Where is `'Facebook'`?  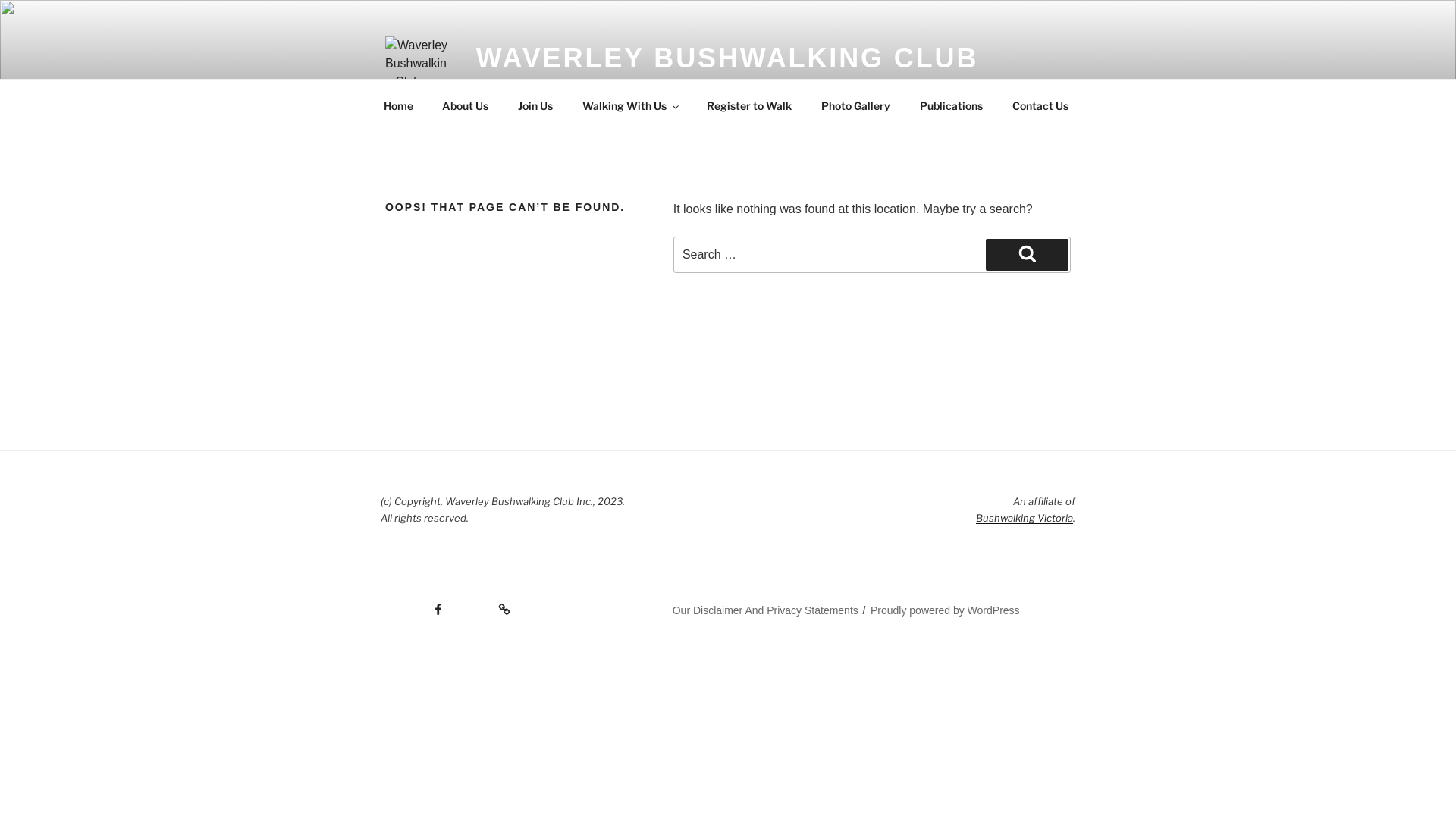
'Facebook' is located at coordinates (381, 604).